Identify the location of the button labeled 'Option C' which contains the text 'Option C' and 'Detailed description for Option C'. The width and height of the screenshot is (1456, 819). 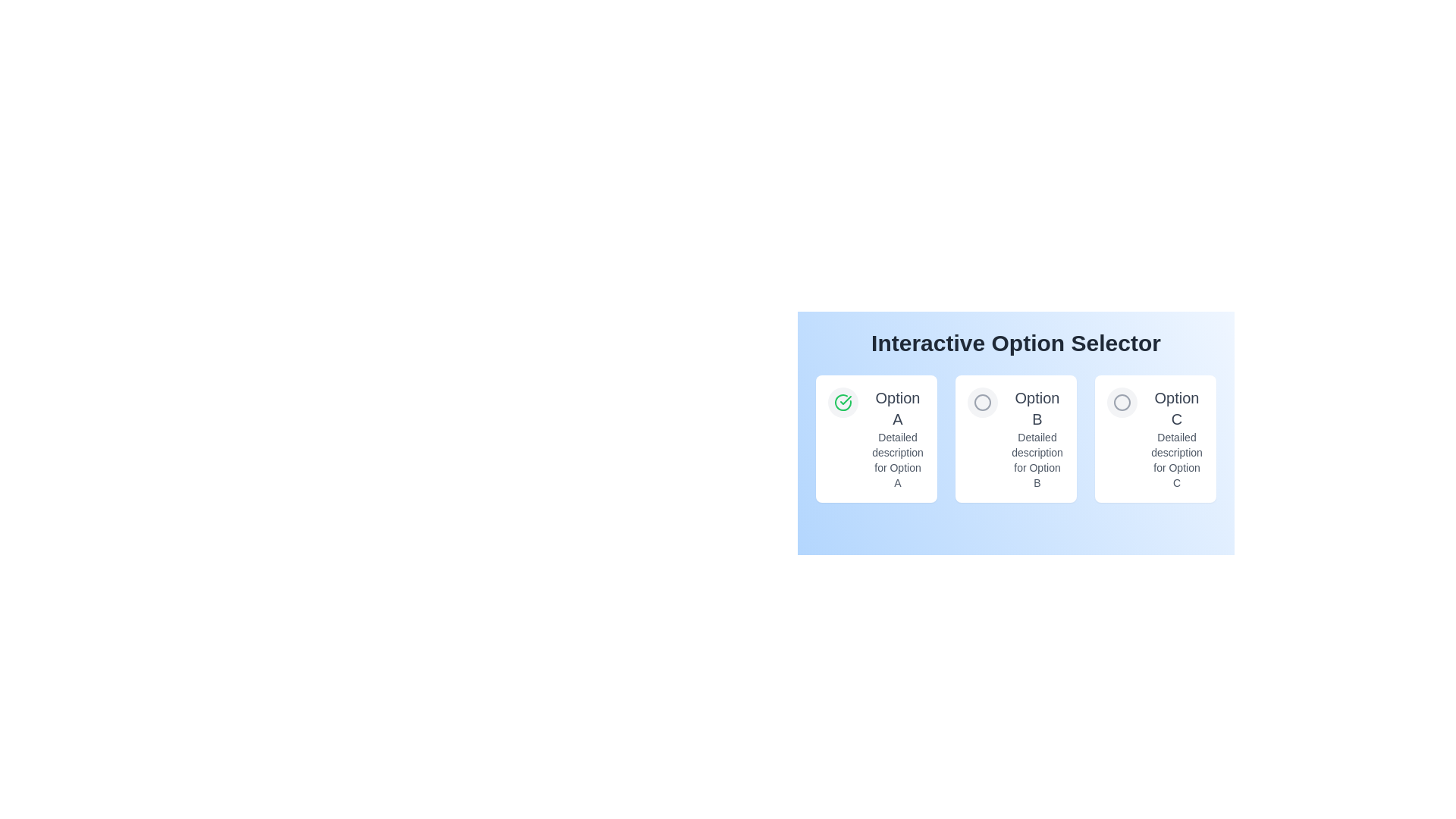
(1175, 438).